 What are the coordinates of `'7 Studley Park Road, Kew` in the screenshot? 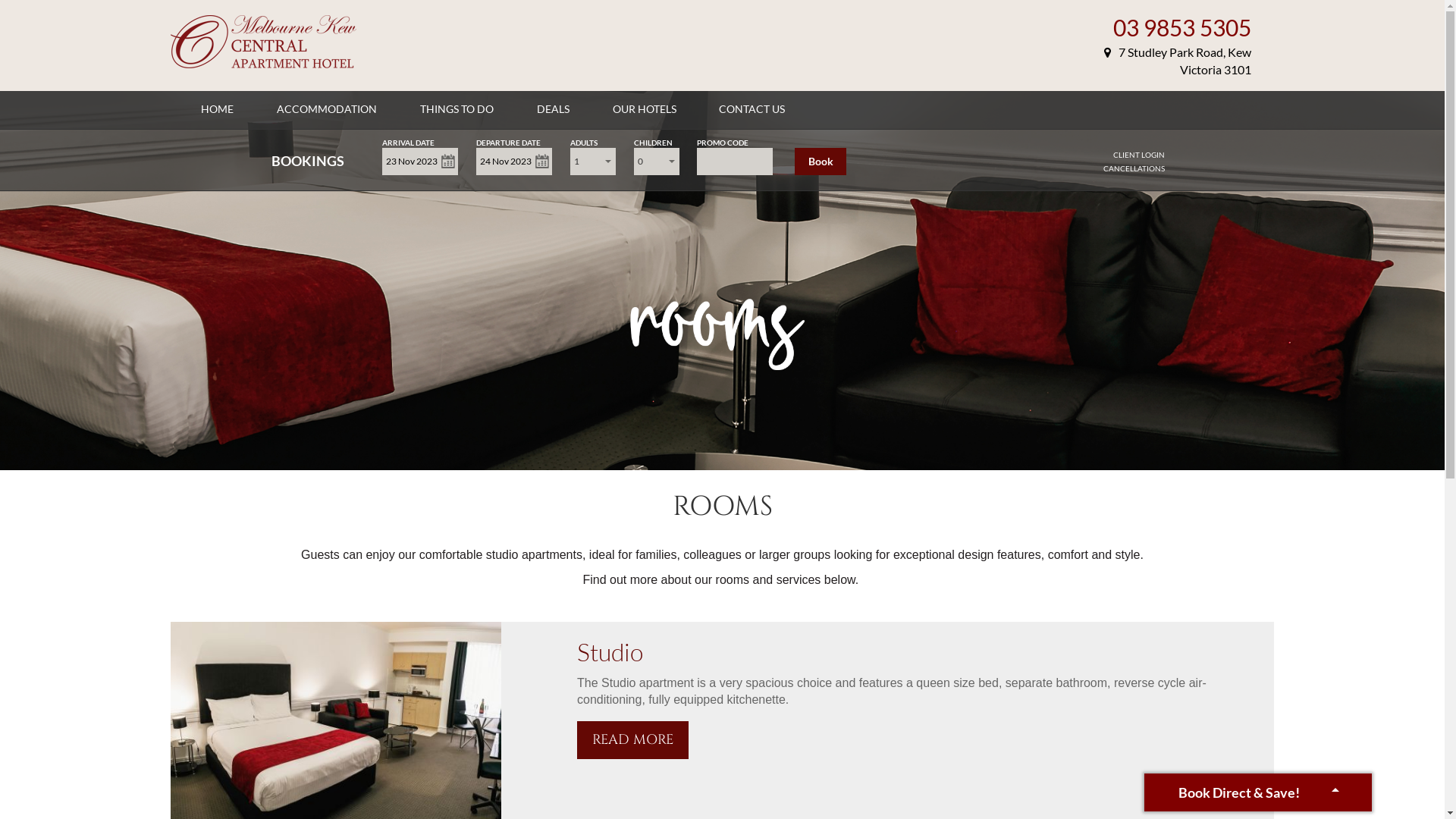 It's located at (1103, 60).